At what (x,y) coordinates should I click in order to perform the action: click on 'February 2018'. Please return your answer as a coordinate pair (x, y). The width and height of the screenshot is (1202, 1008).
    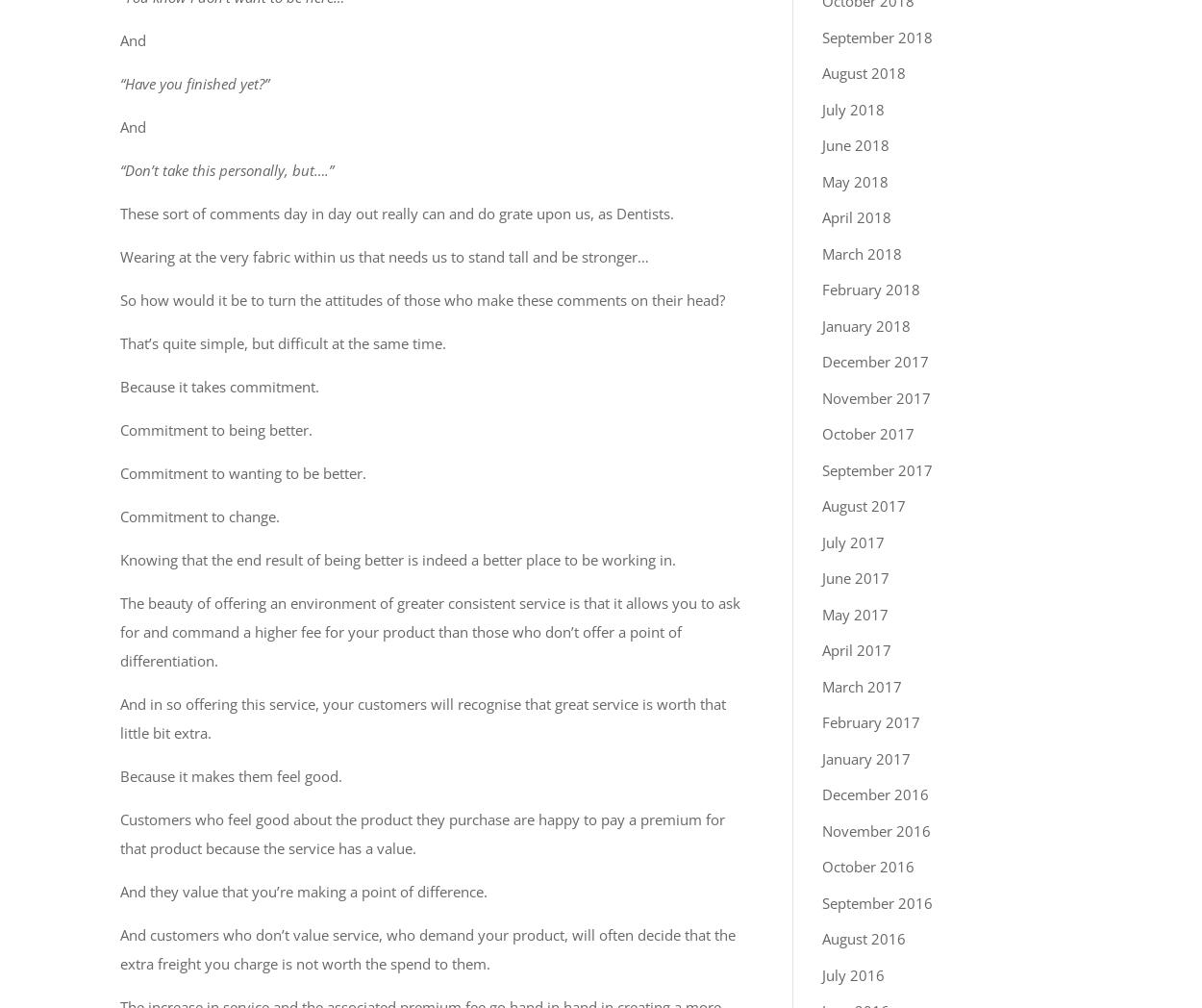
    Looking at the image, I should click on (871, 288).